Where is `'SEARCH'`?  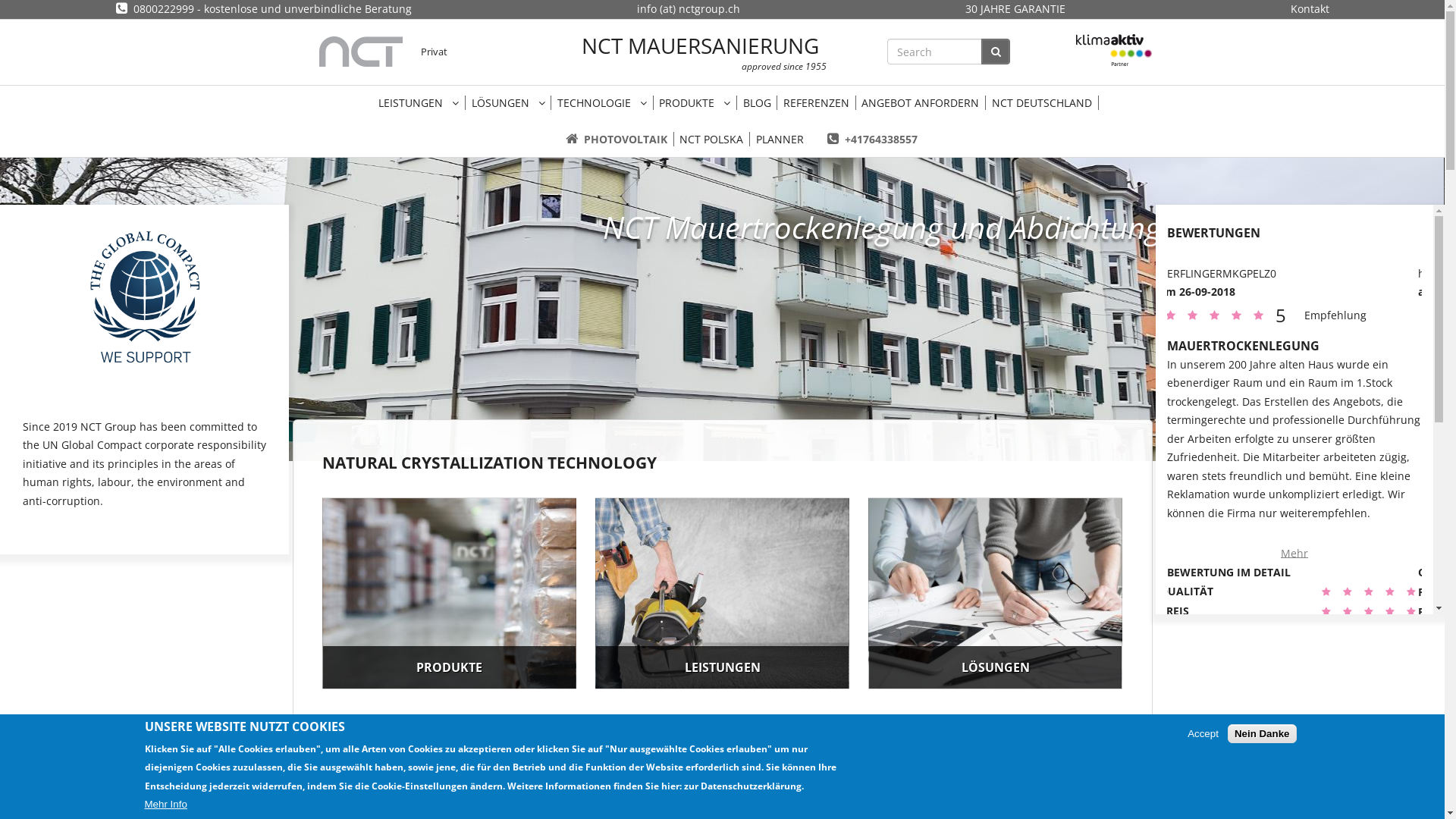 'SEARCH' is located at coordinates (996, 51).